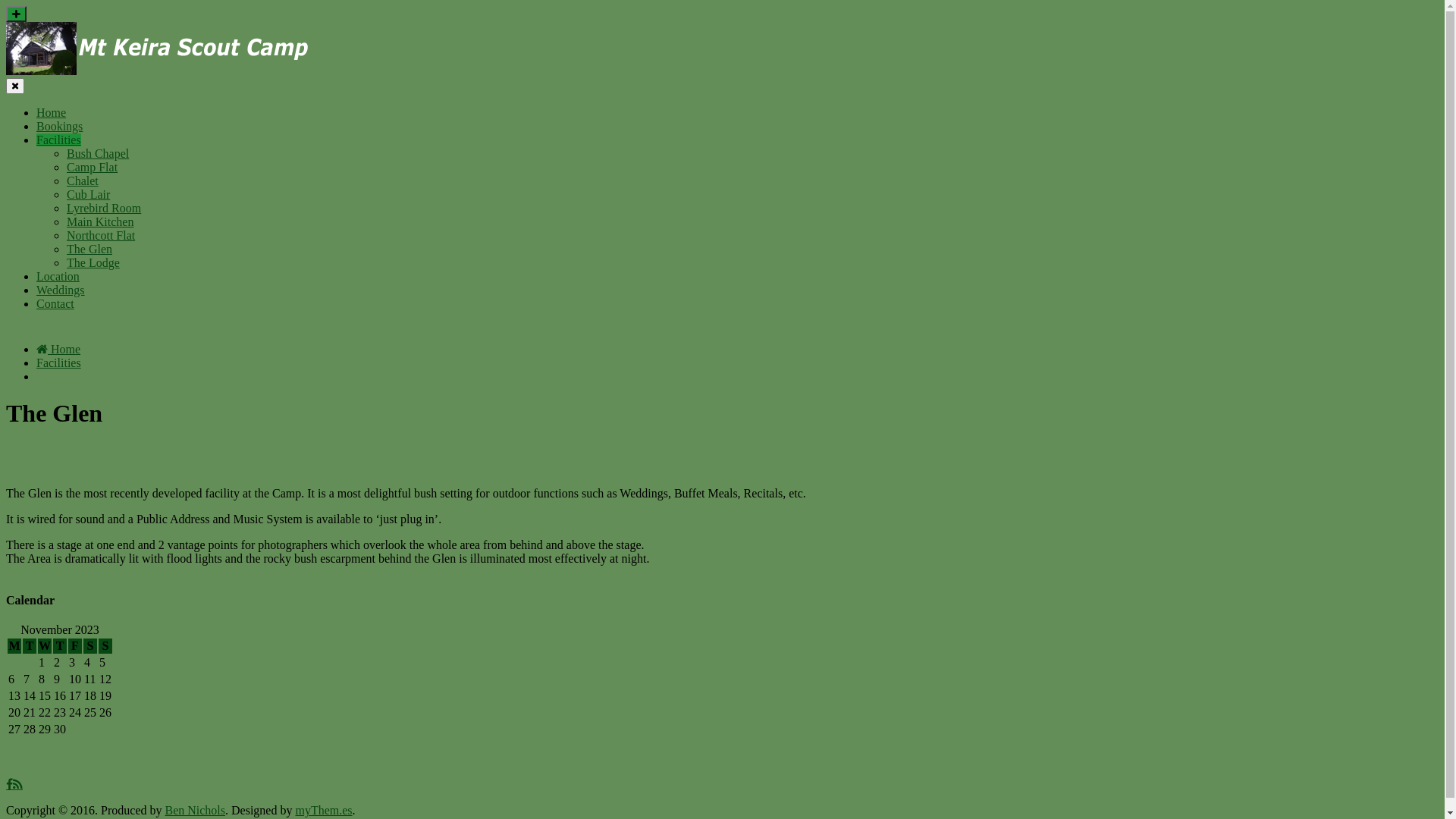 The width and height of the screenshot is (1456, 819). Describe the element at coordinates (322, 809) in the screenshot. I see `'myThem.es'` at that location.